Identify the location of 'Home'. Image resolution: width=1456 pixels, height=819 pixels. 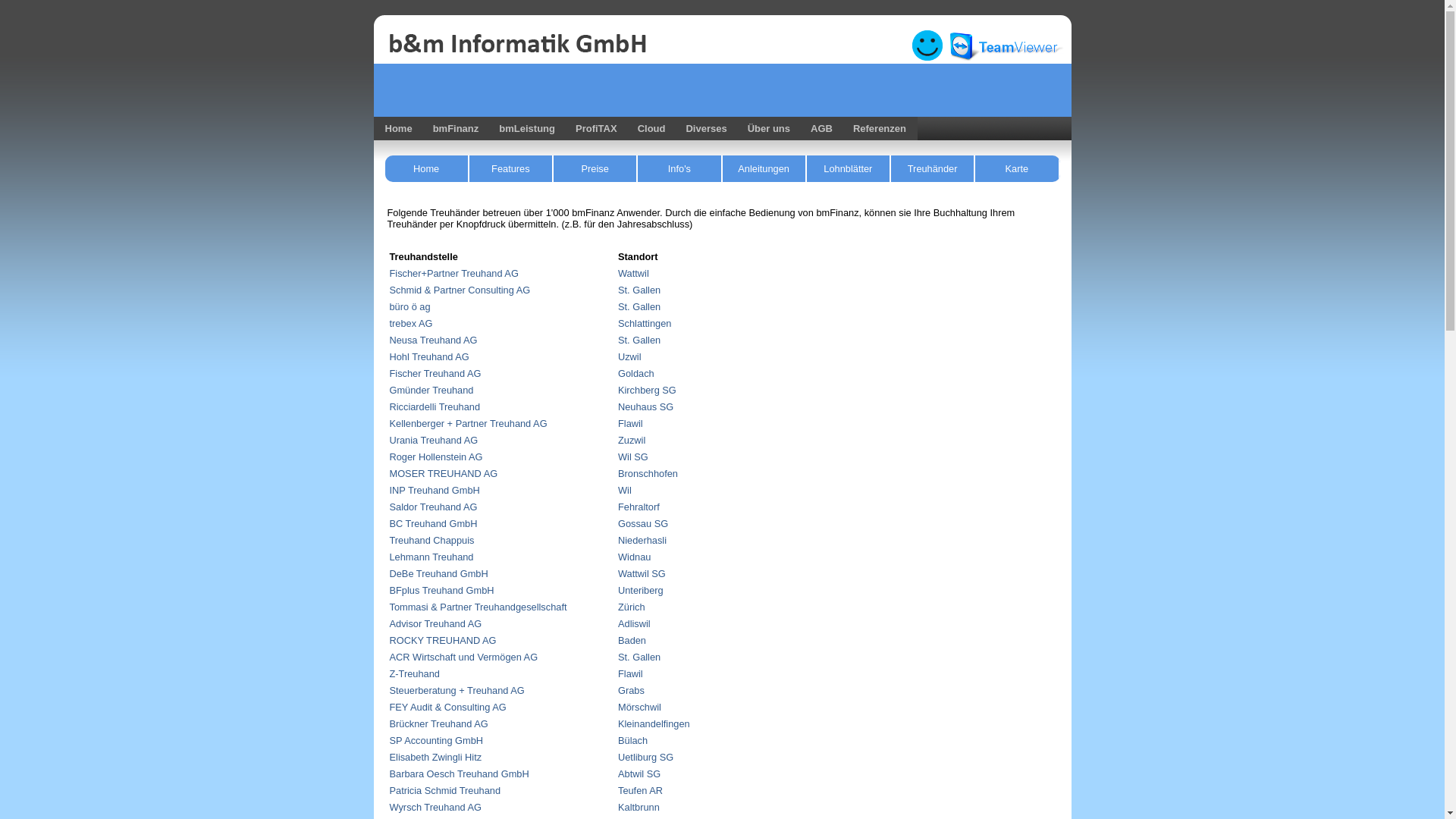
(372, 127).